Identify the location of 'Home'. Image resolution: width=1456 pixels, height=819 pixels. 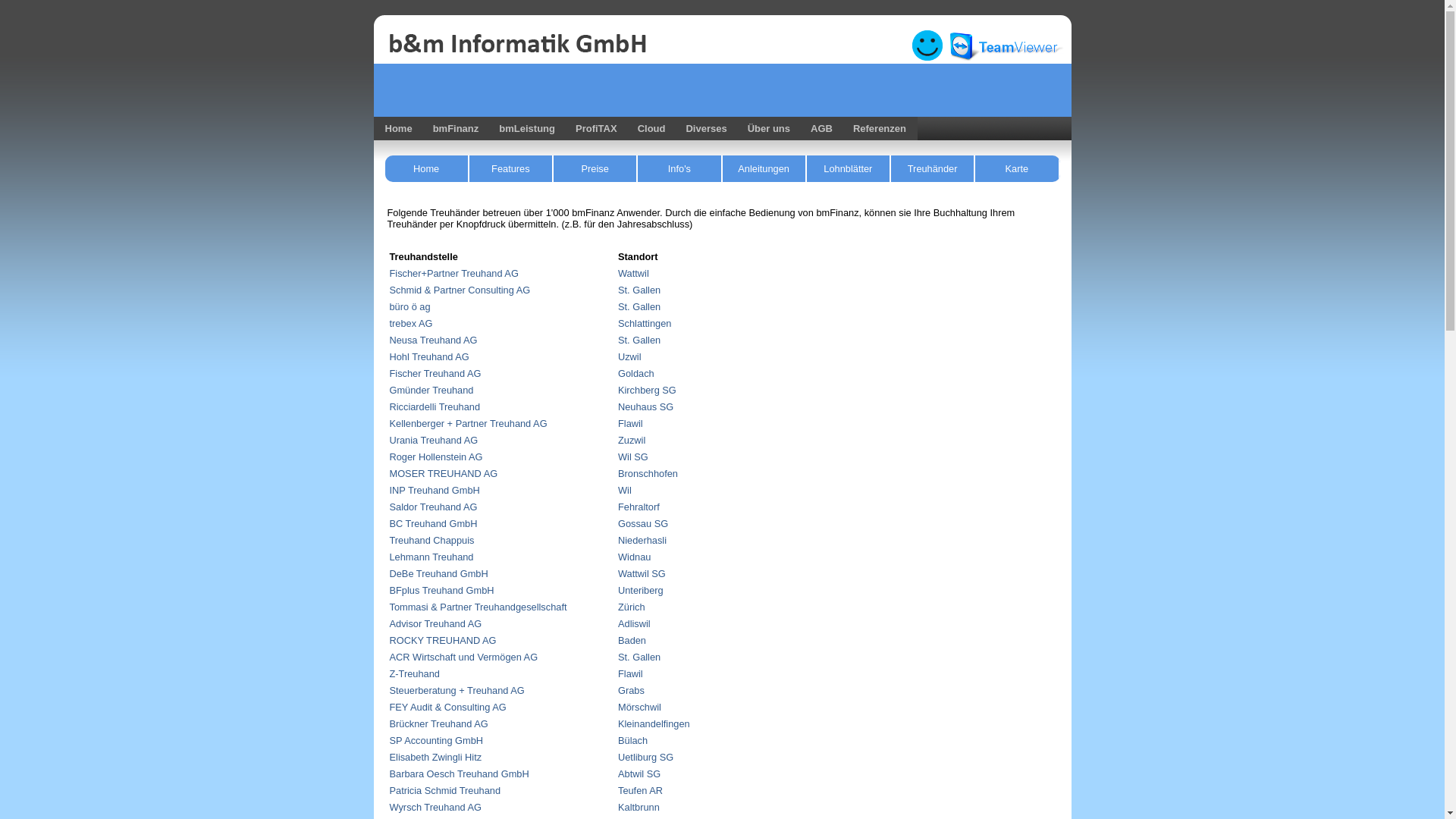
(372, 127).